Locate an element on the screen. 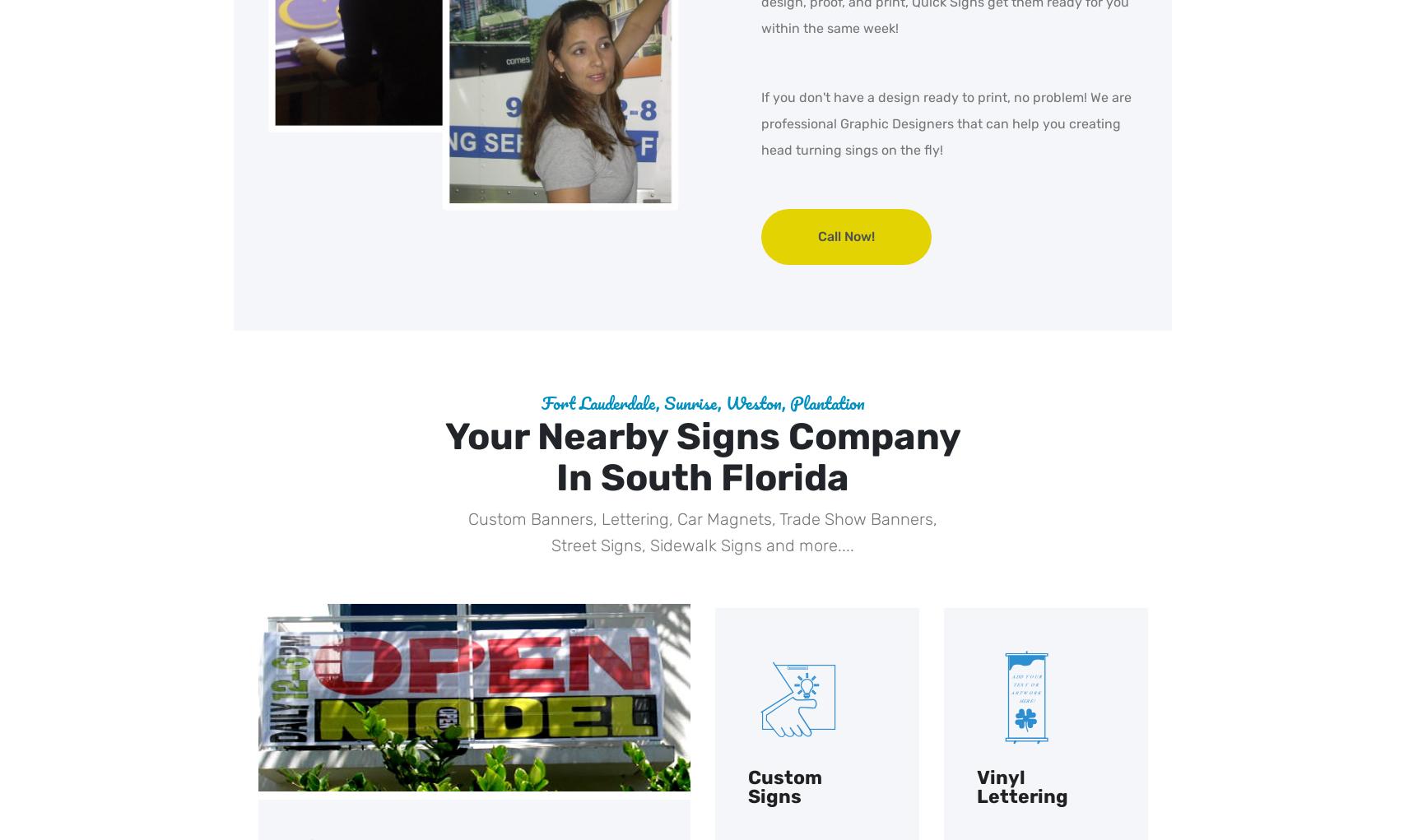 The width and height of the screenshot is (1418, 840). 'Call Now!' is located at coordinates (845, 236).